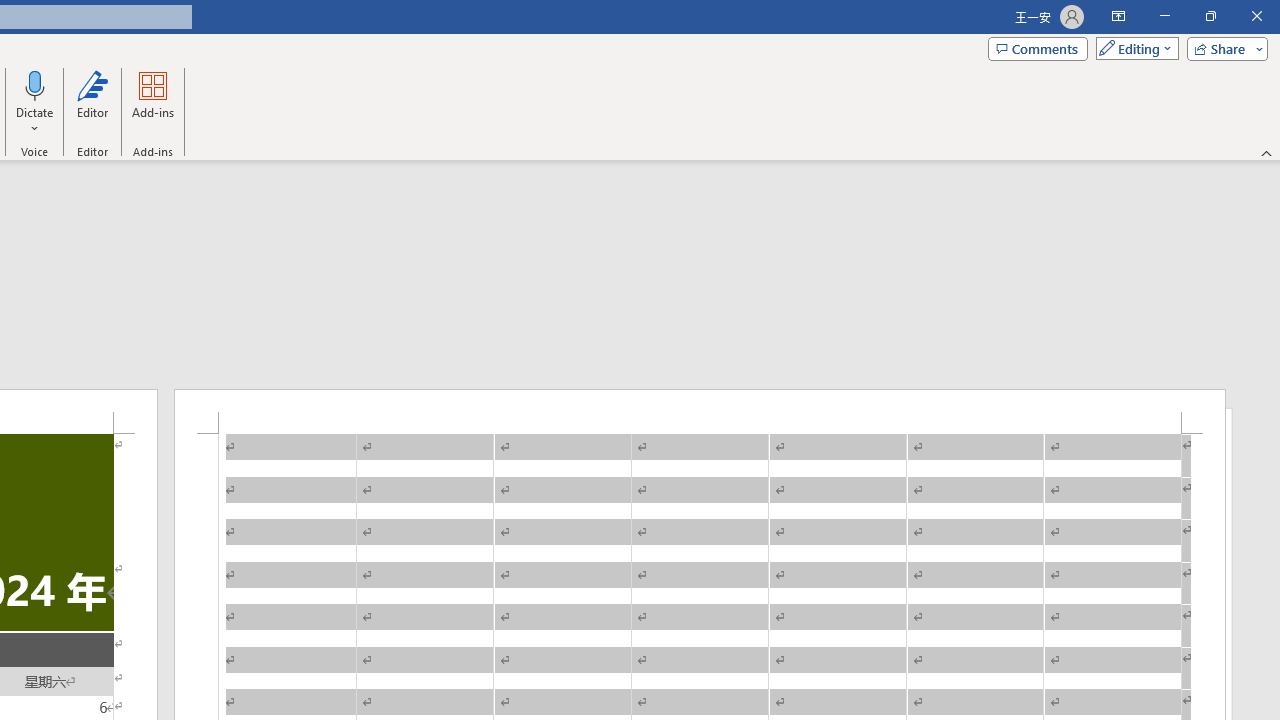 This screenshot has height=720, width=1280. What do you see at coordinates (91, 103) in the screenshot?
I see `'Editor'` at bounding box center [91, 103].